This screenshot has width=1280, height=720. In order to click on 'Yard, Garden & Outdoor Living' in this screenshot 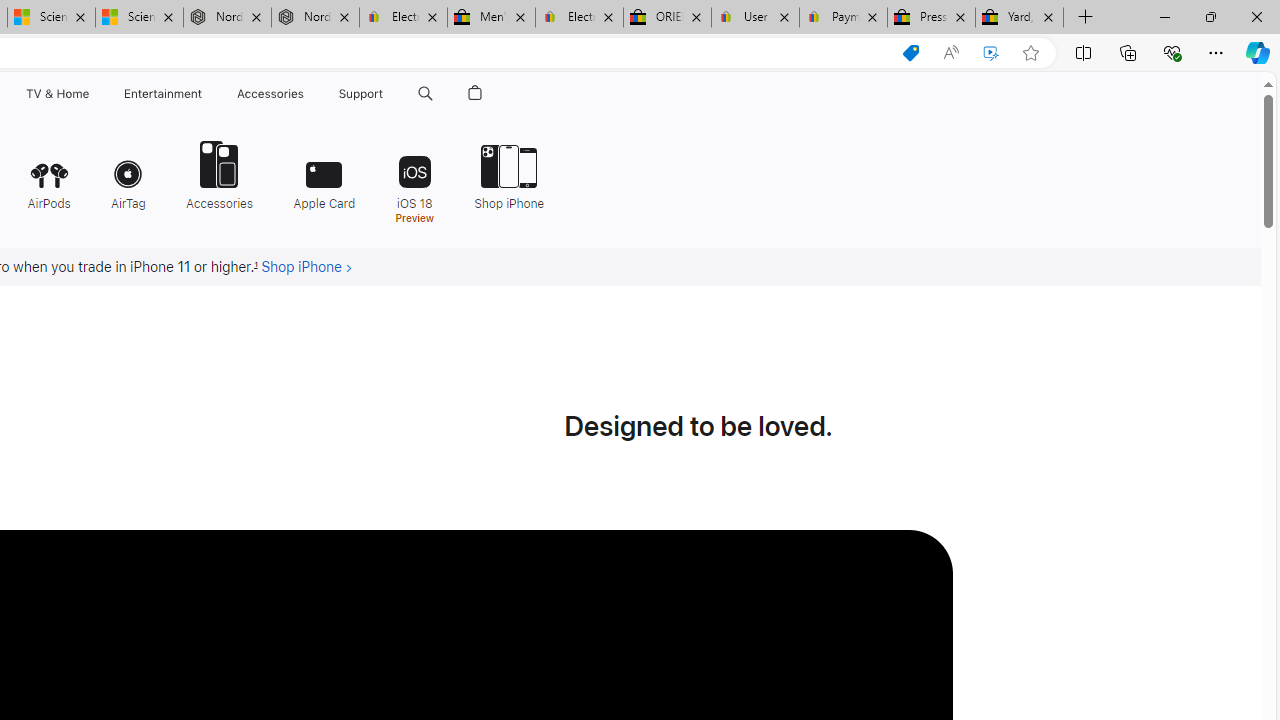, I will do `click(1019, 17)`.